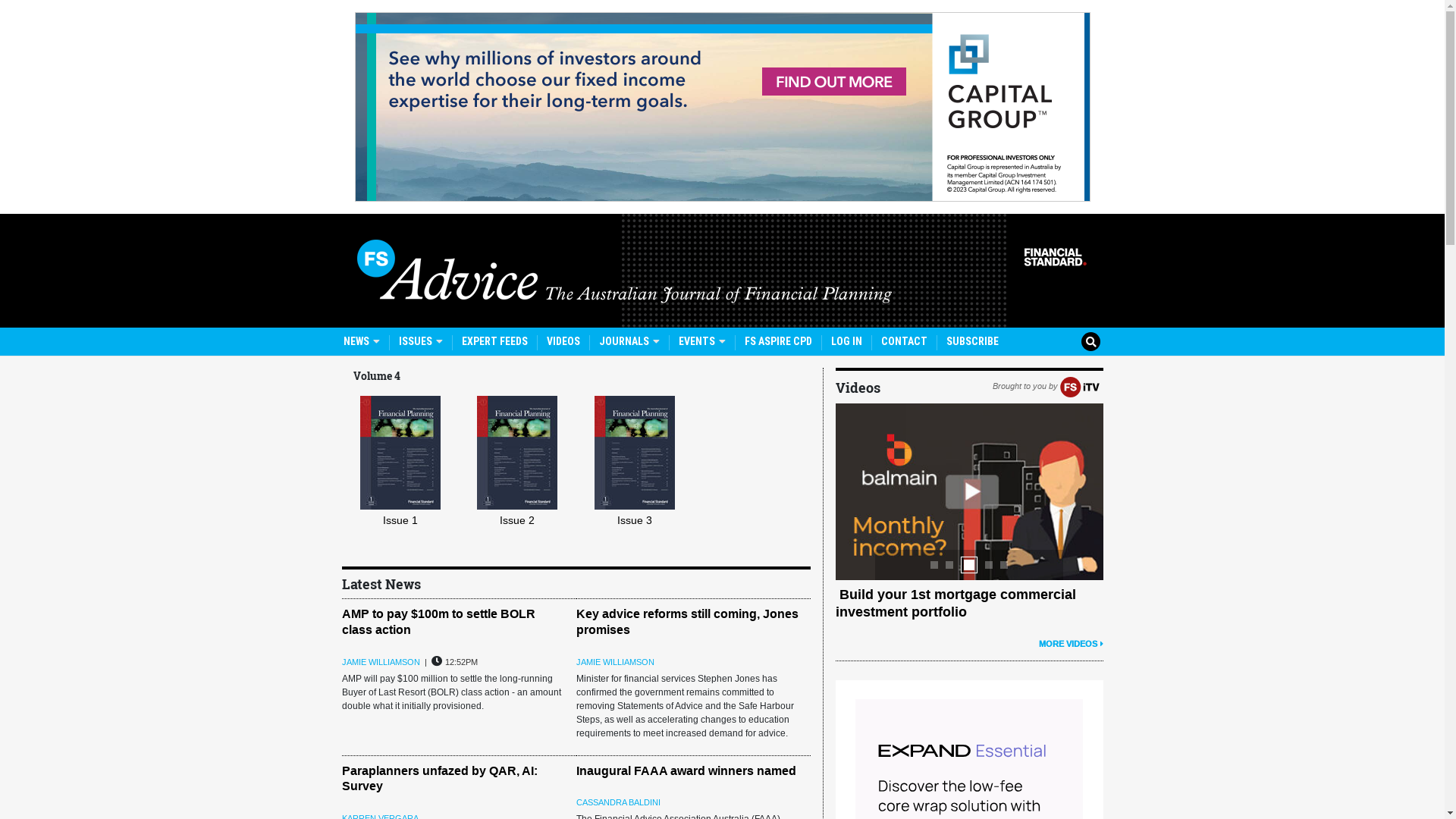  Describe the element at coordinates (421, 341) in the screenshot. I see `'ISSUES'` at that location.